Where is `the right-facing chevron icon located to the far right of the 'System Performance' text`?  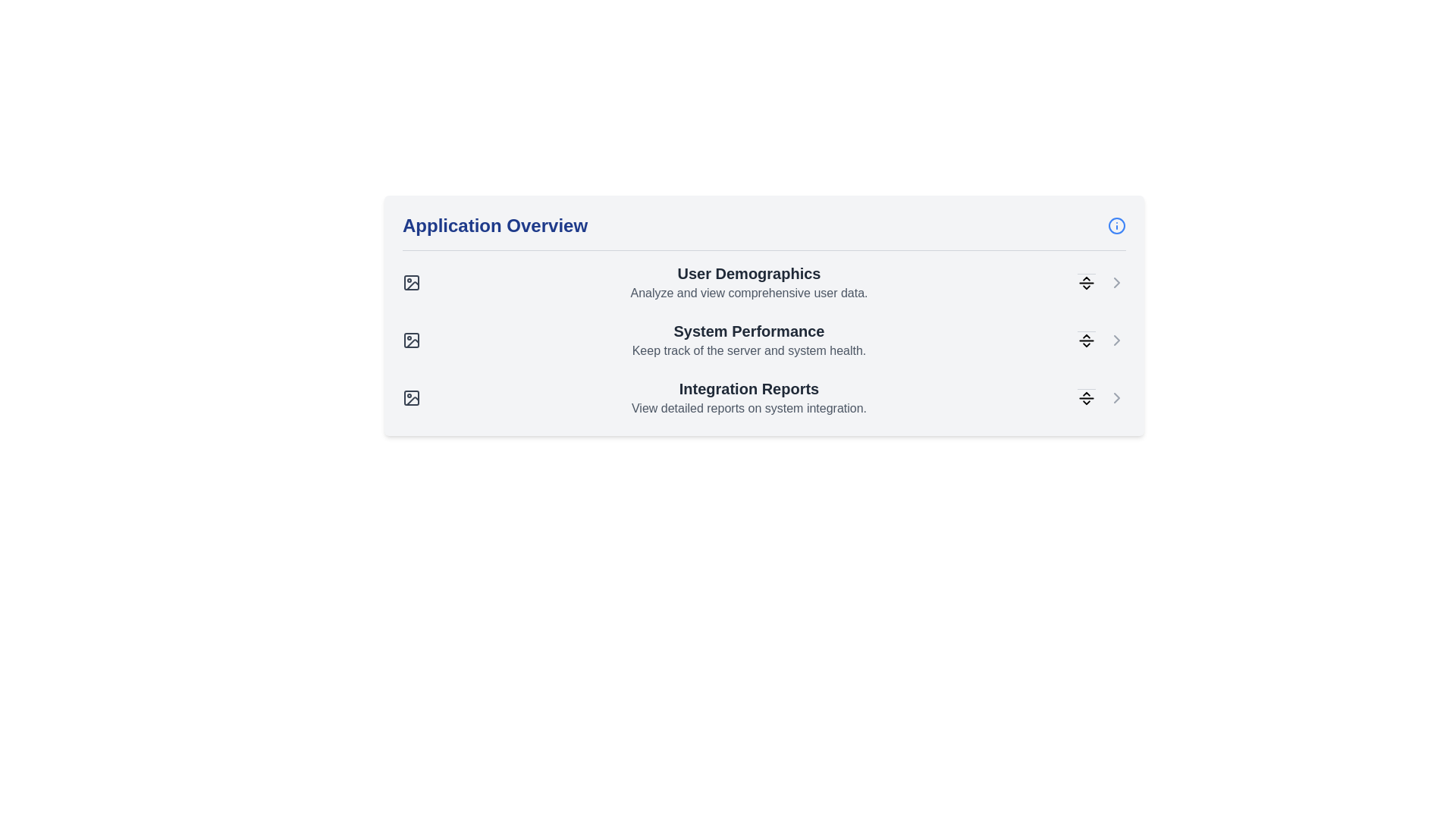 the right-facing chevron icon located to the far right of the 'System Performance' text is located at coordinates (1117, 339).